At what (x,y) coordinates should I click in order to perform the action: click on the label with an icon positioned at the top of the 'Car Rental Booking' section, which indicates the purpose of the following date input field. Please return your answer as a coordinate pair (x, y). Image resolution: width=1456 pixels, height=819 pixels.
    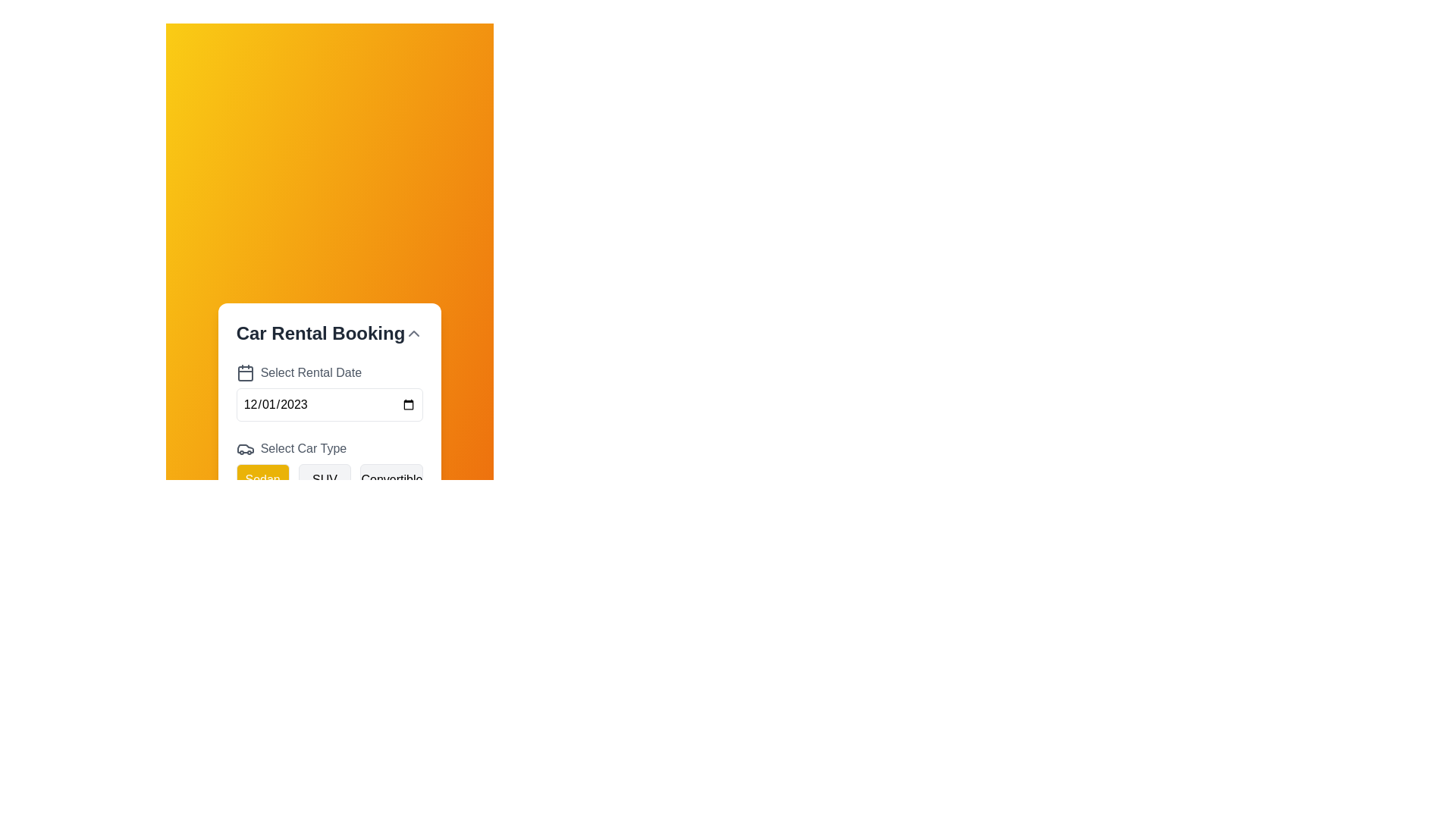
    Looking at the image, I should click on (329, 373).